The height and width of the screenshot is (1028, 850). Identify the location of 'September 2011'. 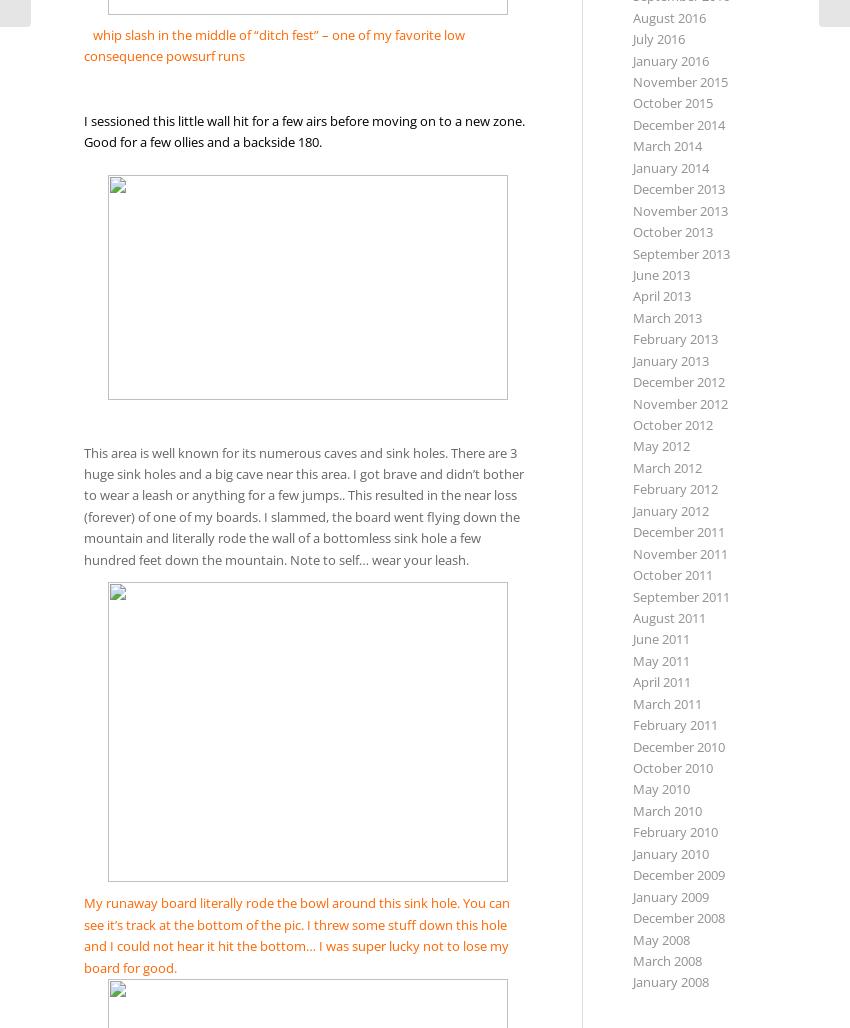
(680, 595).